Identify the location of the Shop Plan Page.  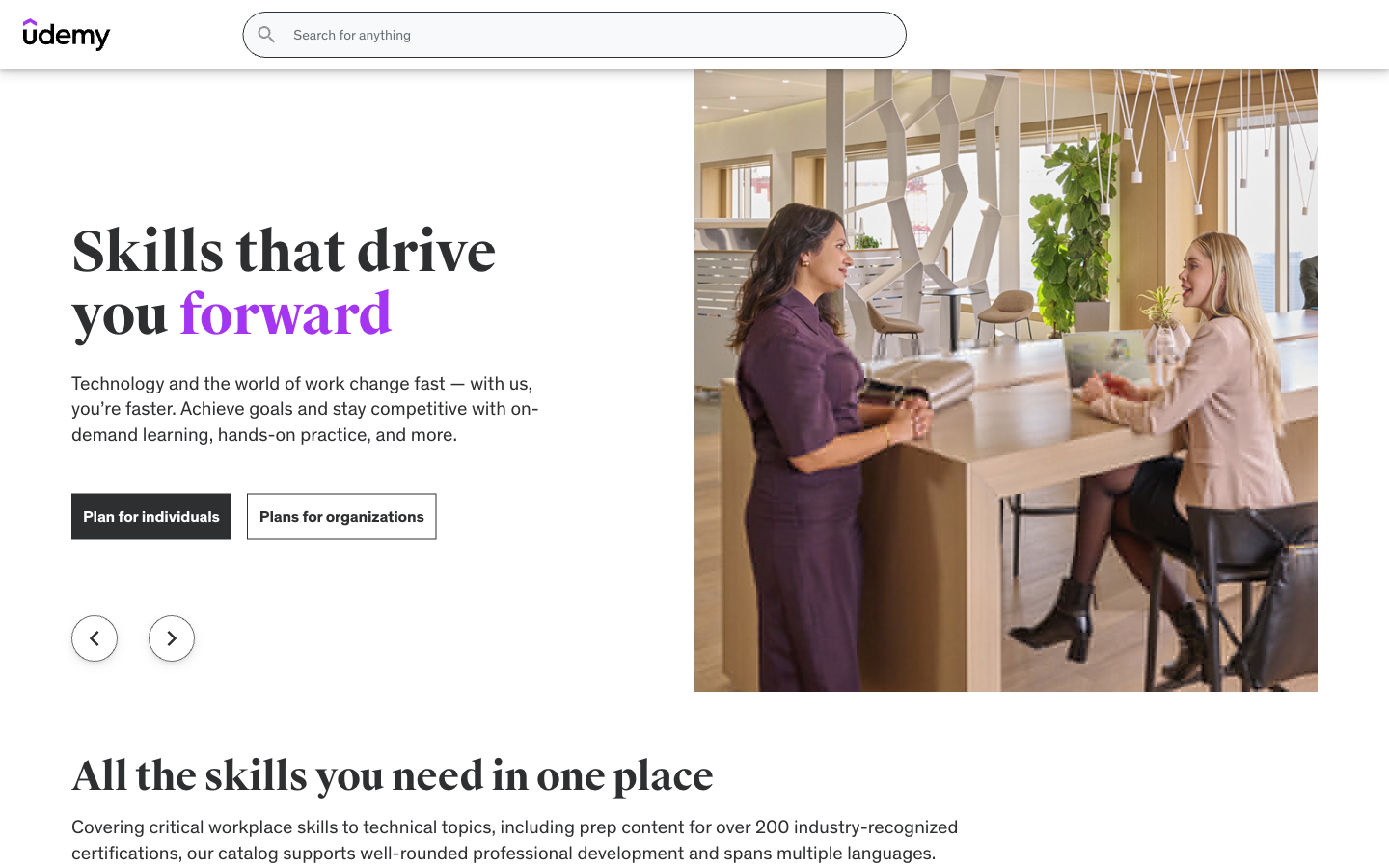
(442, 85).